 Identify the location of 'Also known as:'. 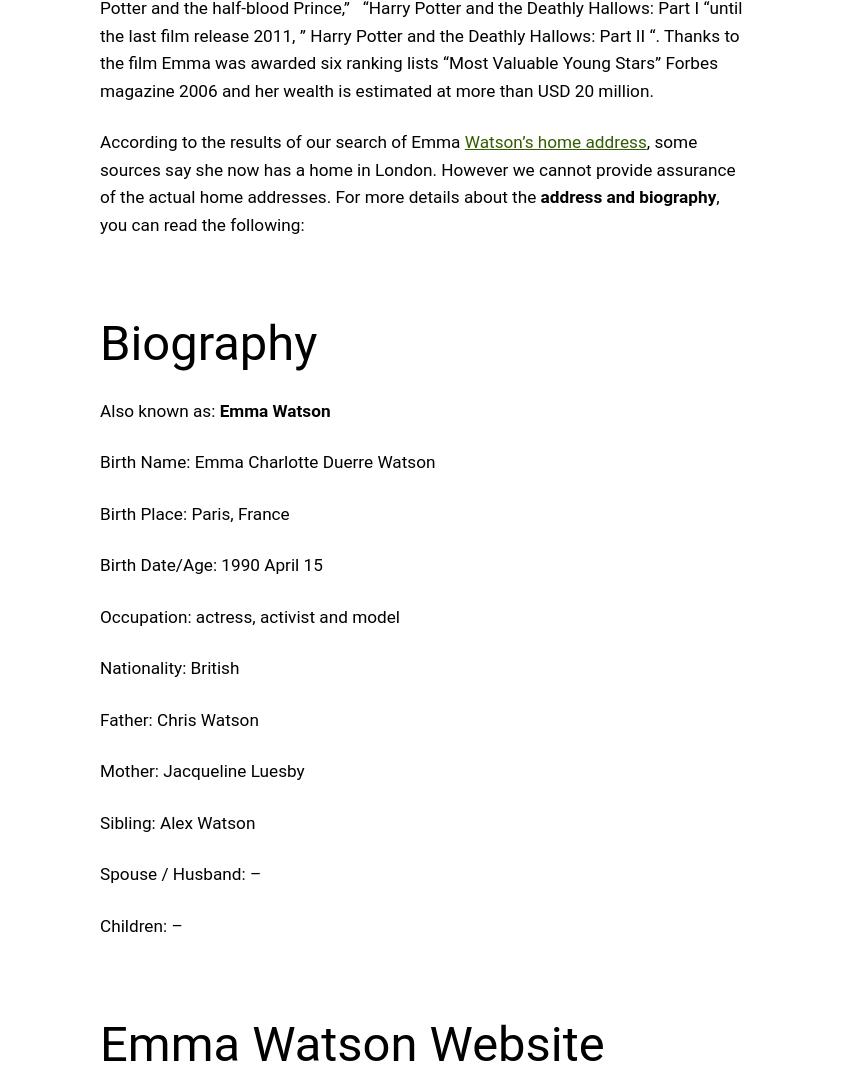
(159, 410).